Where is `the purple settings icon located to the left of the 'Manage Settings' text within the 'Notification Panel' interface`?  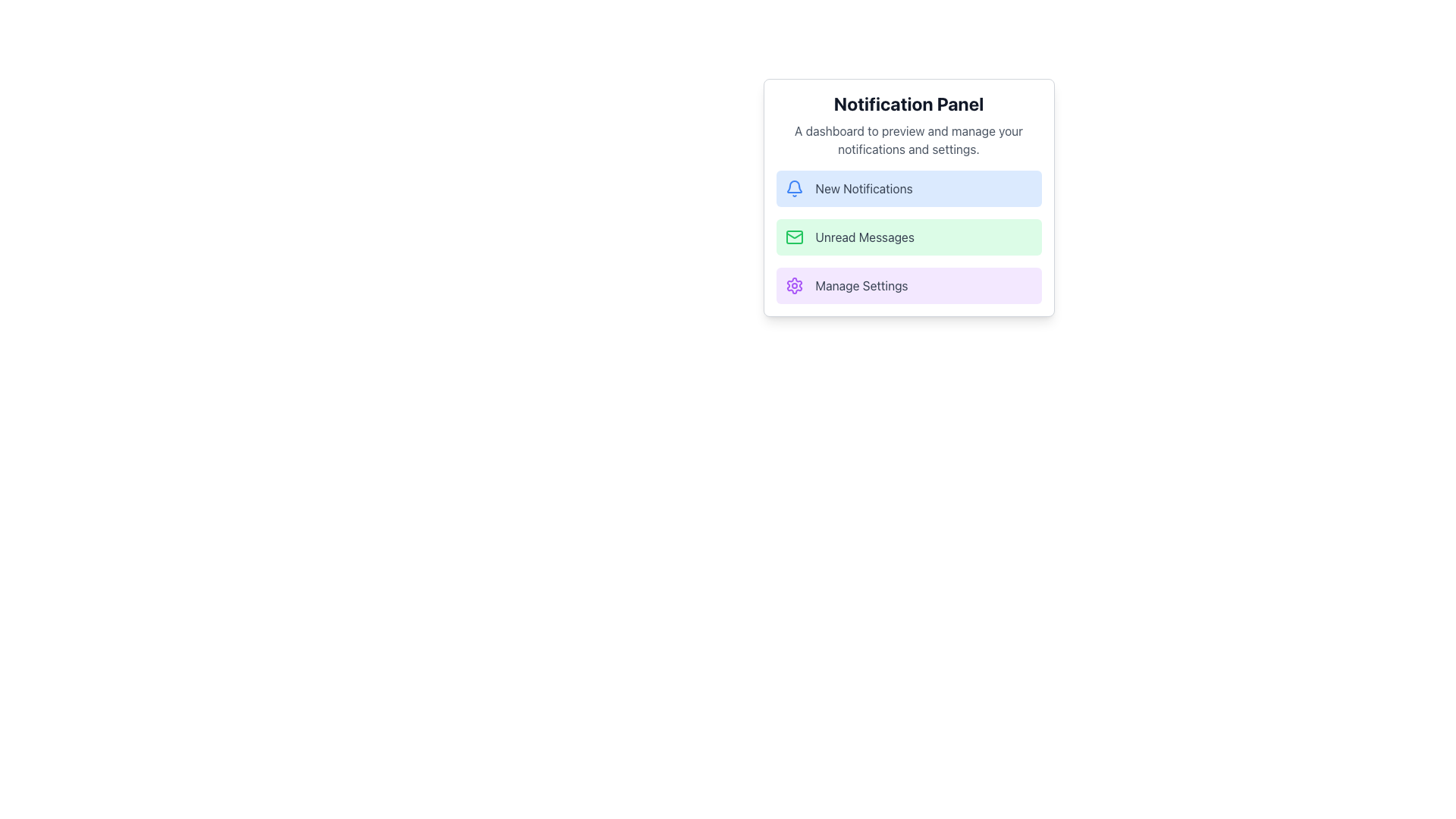
the purple settings icon located to the left of the 'Manage Settings' text within the 'Notification Panel' interface is located at coordinates (793, 286).